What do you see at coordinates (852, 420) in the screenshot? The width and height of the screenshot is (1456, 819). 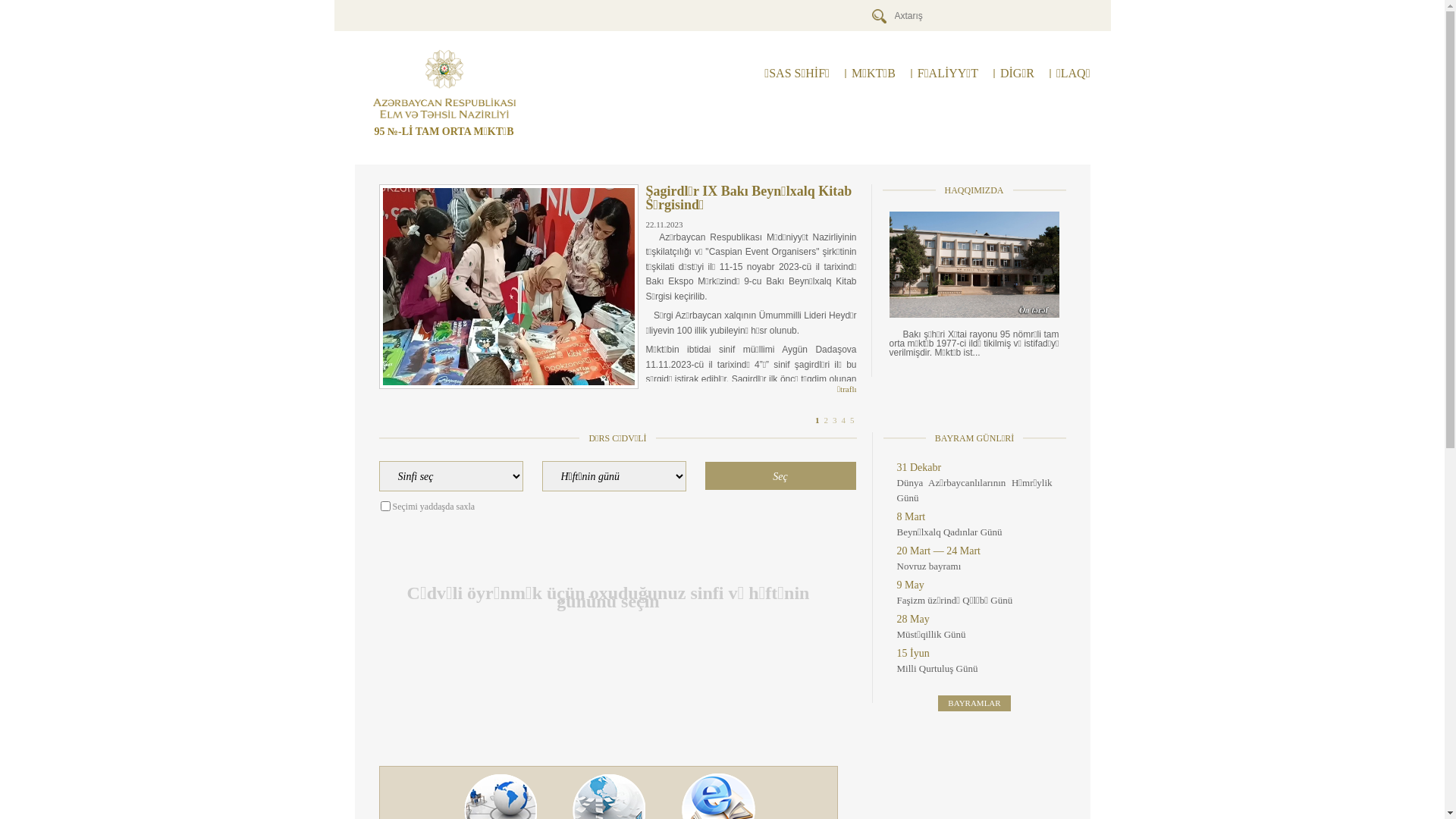 I see `'5'` at bounding box center [852, 420].